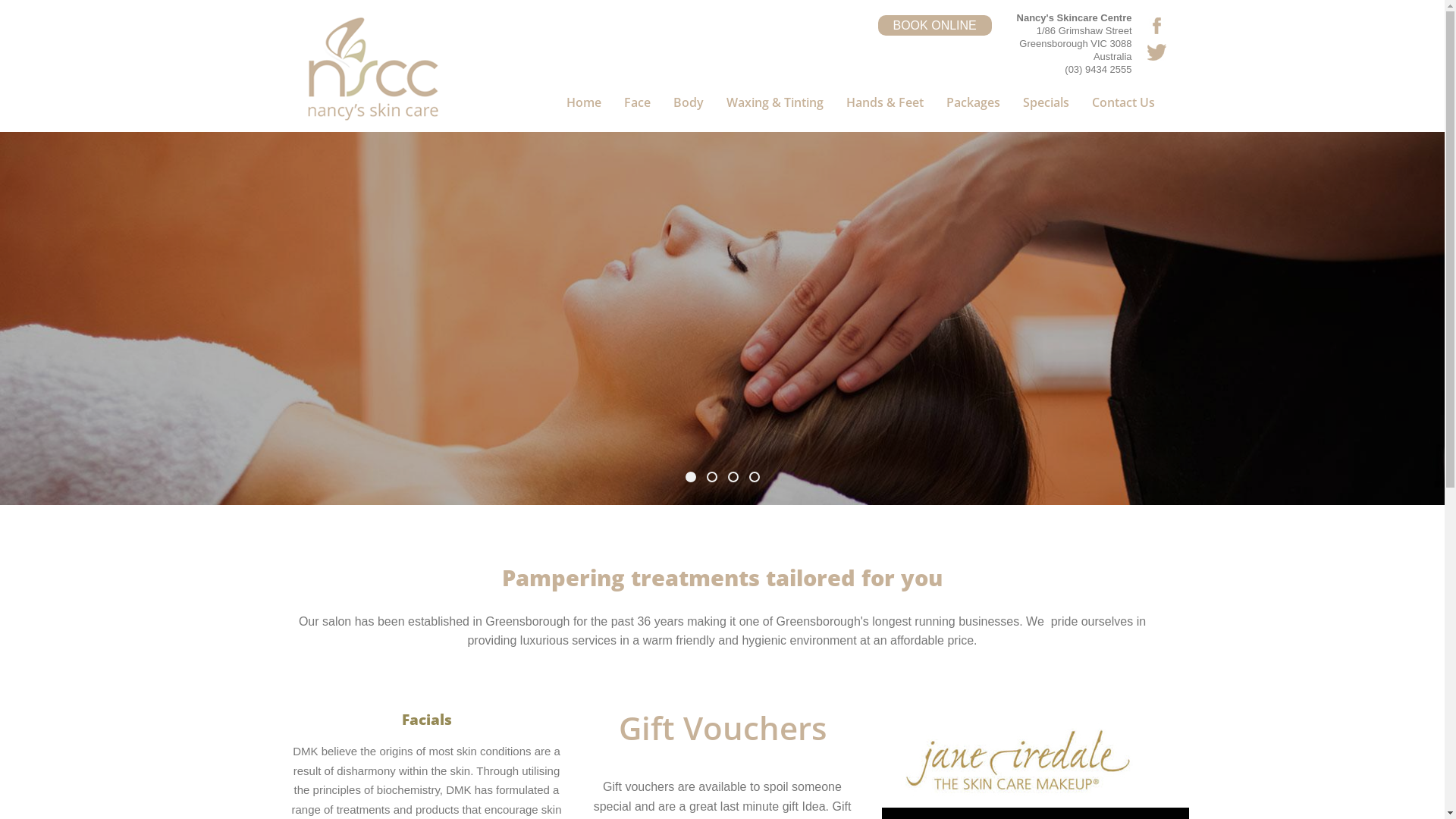 The image size is (1456, 819). Describe the element at coordinates (1117, 107) in the screenshot. I see `'Contact Us'` at that location.